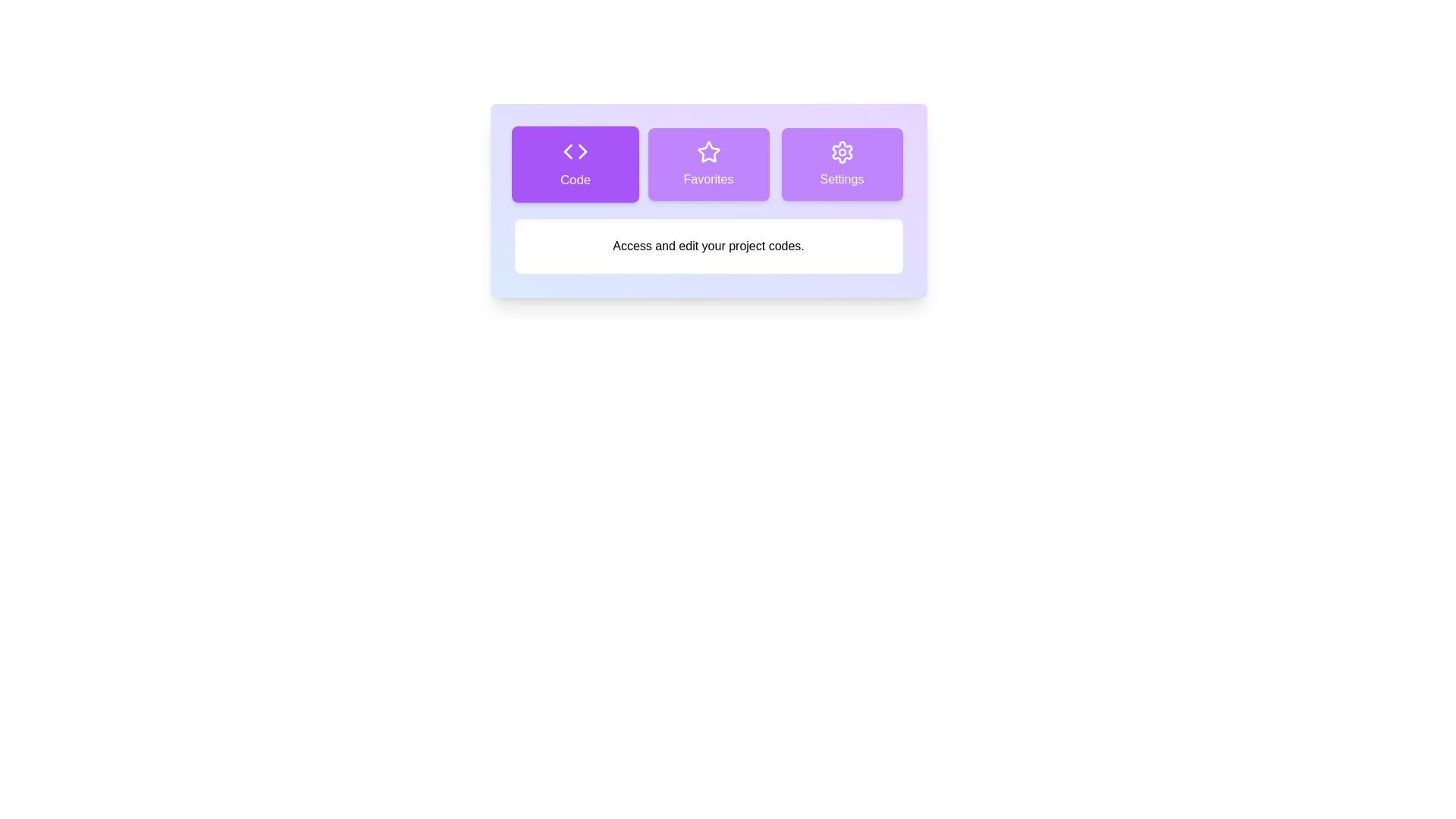  What do you see at coordinates (708, 152) in the screenshot?
I see `the 'Favorites' icon button, the second button from the left in a horizontal group` at bounding box center [708, 152].